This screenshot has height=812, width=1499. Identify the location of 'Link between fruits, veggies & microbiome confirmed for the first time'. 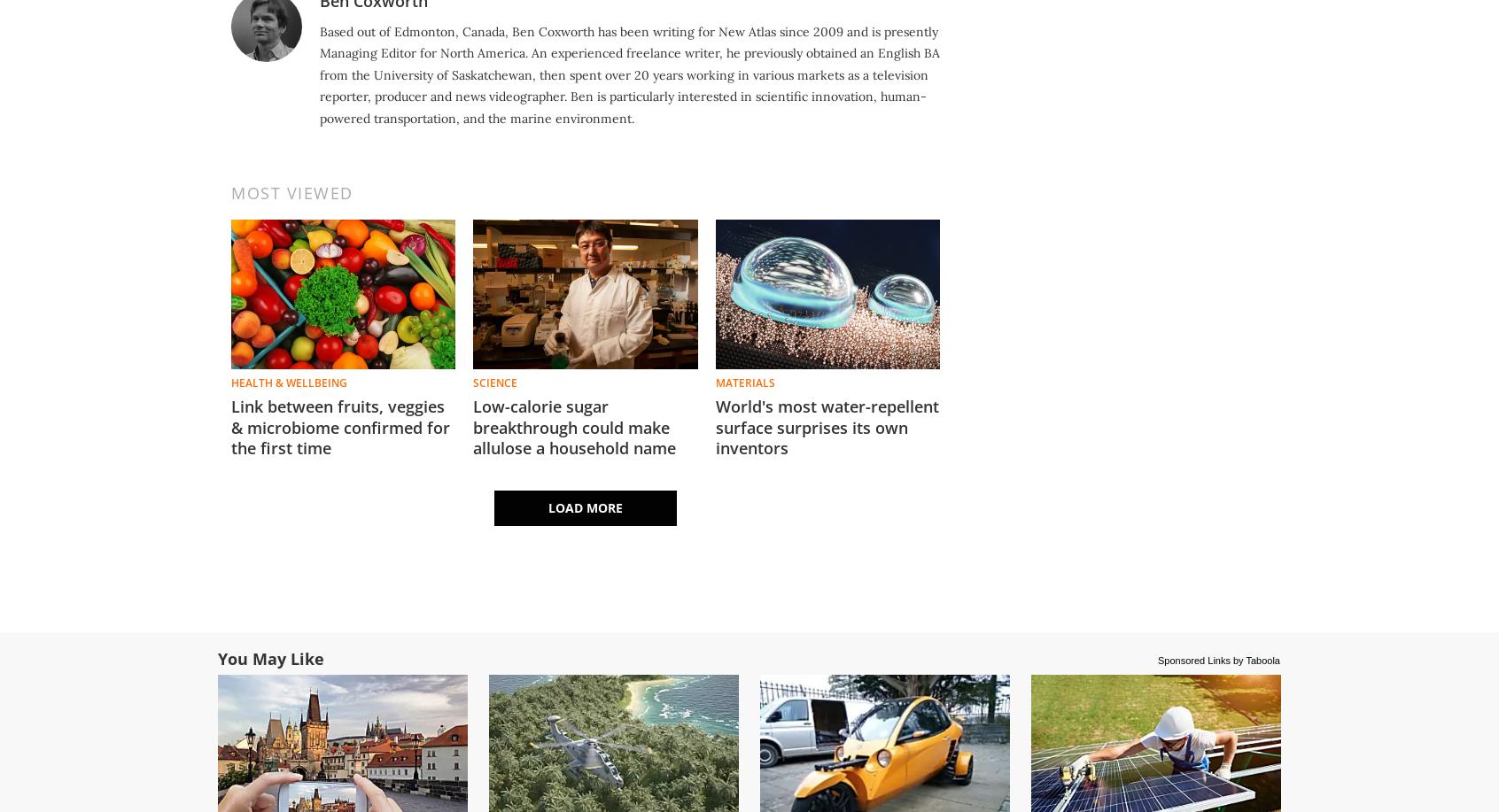
(340, 425).